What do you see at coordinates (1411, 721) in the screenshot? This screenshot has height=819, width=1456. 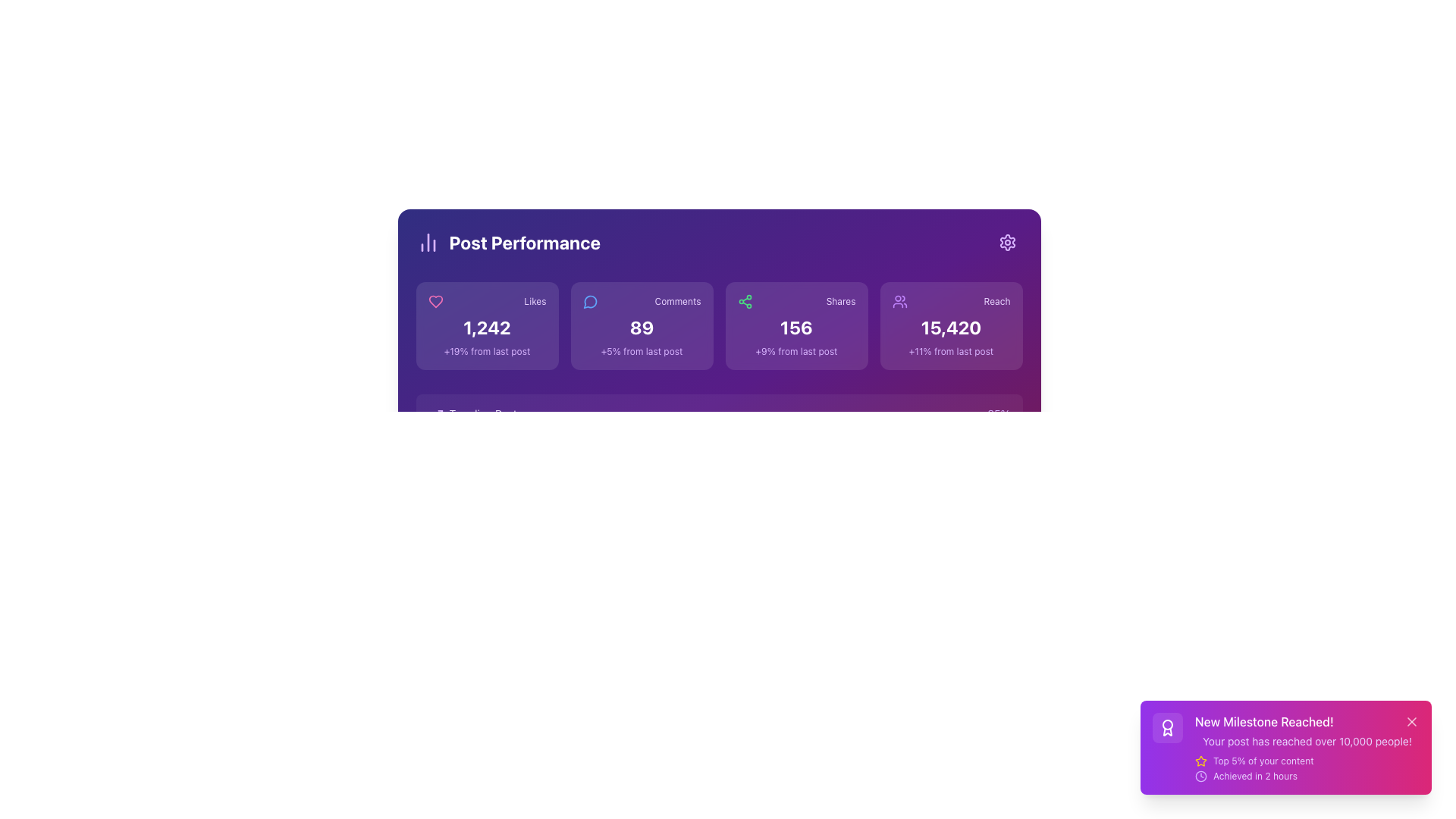 I see `the close icon located at the center of the SVG in the top-right corner of the 'New Milestone Reached!' notification card` at bounding box center [1411, 721].